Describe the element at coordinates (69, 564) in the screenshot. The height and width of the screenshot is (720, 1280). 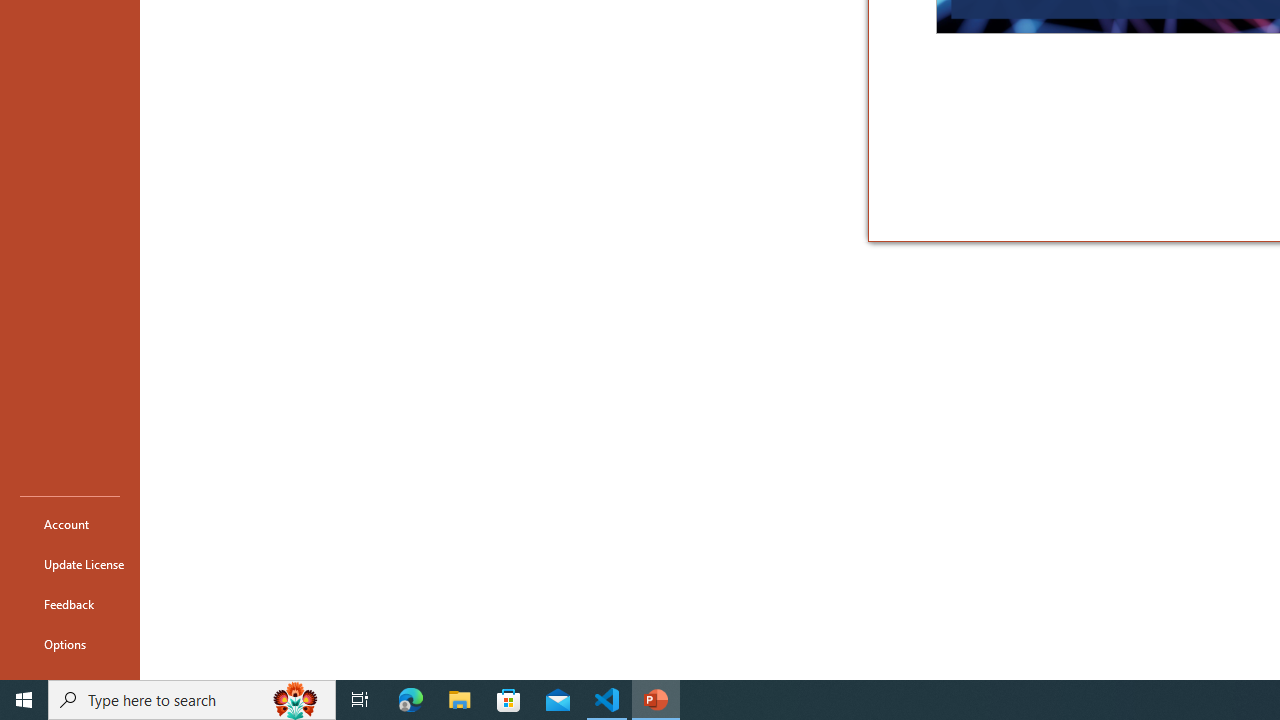
I see `'Update License'` at that location.